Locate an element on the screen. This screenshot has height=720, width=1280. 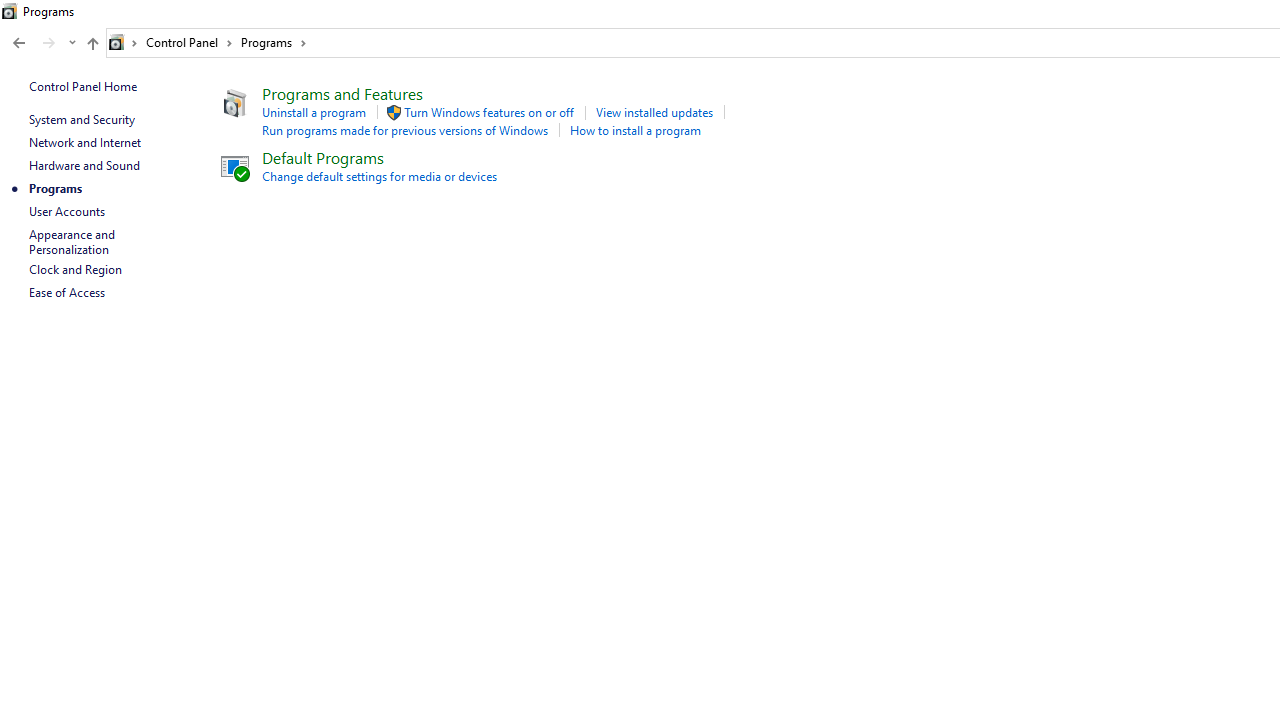
'Control Panel Home' is located at coordinates (82, 85).